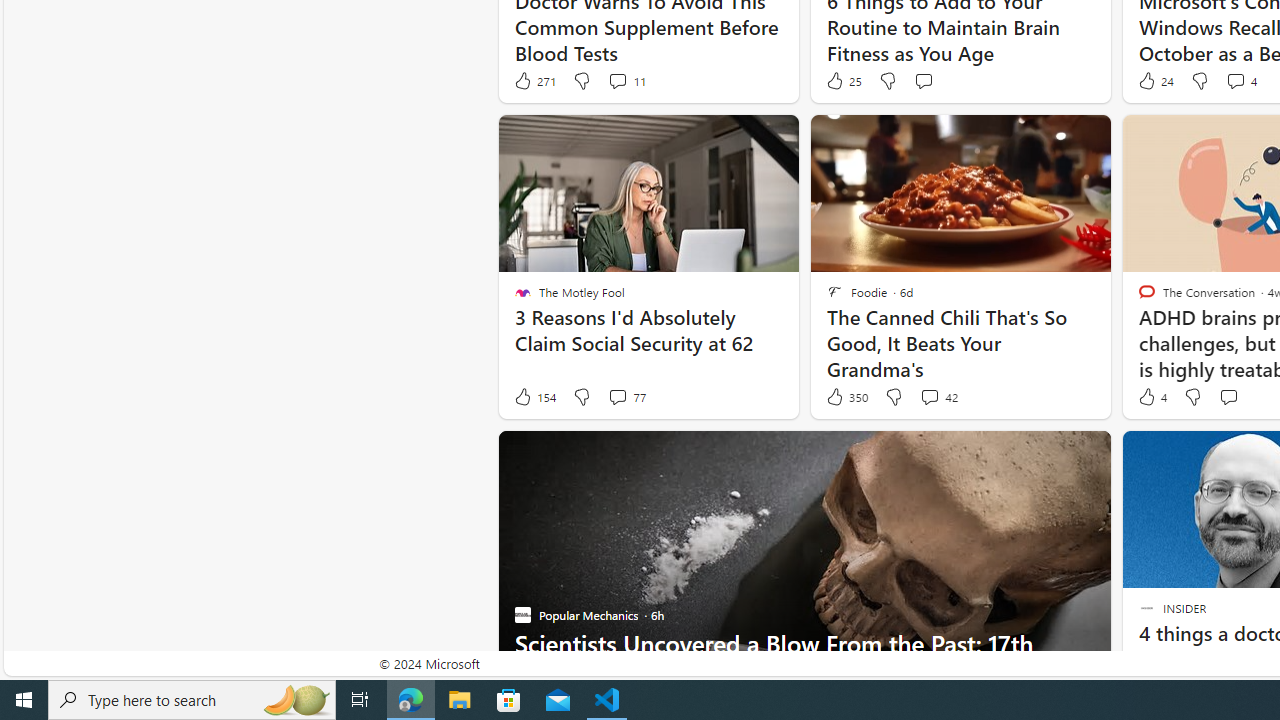 The height and width of the screenshot is (720, 1280). What do you see at coordinates (625, 80) in the screenshot?
I see `'View comments 11 Comment'` at bounding box center [625, 80].